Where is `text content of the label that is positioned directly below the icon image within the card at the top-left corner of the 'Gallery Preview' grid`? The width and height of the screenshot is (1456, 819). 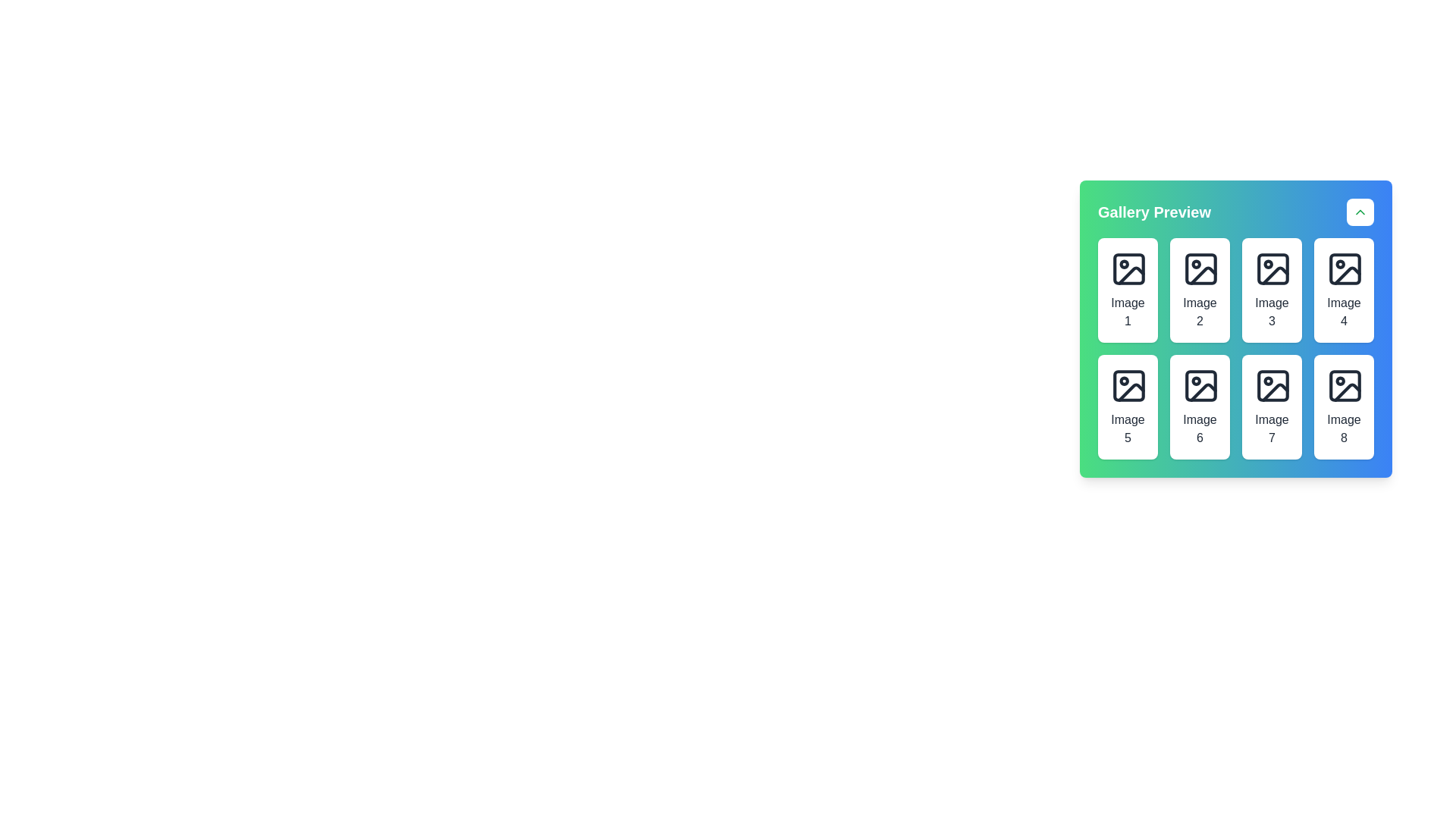
text content of the label that is positioned directly below the icon image within the card at the top-left corner of the 'Gallery Preview' grid is located at coordinates (1128, 312).